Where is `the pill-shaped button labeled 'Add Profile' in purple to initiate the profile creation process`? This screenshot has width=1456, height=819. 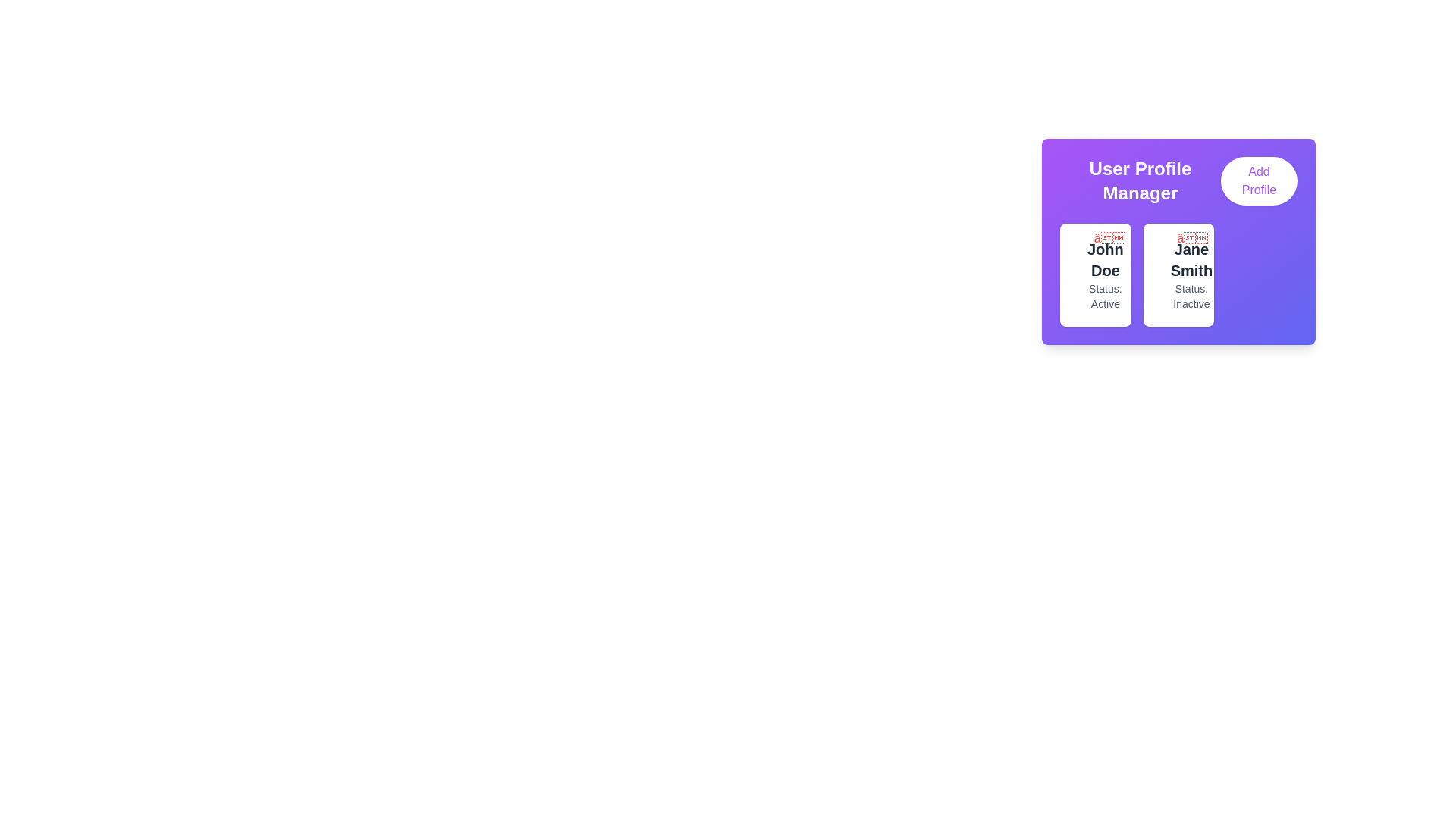 the pill-shaped button labeled 'Add Profile' in purple to initiate the profile creation process is located at coordinates (1259, 180).